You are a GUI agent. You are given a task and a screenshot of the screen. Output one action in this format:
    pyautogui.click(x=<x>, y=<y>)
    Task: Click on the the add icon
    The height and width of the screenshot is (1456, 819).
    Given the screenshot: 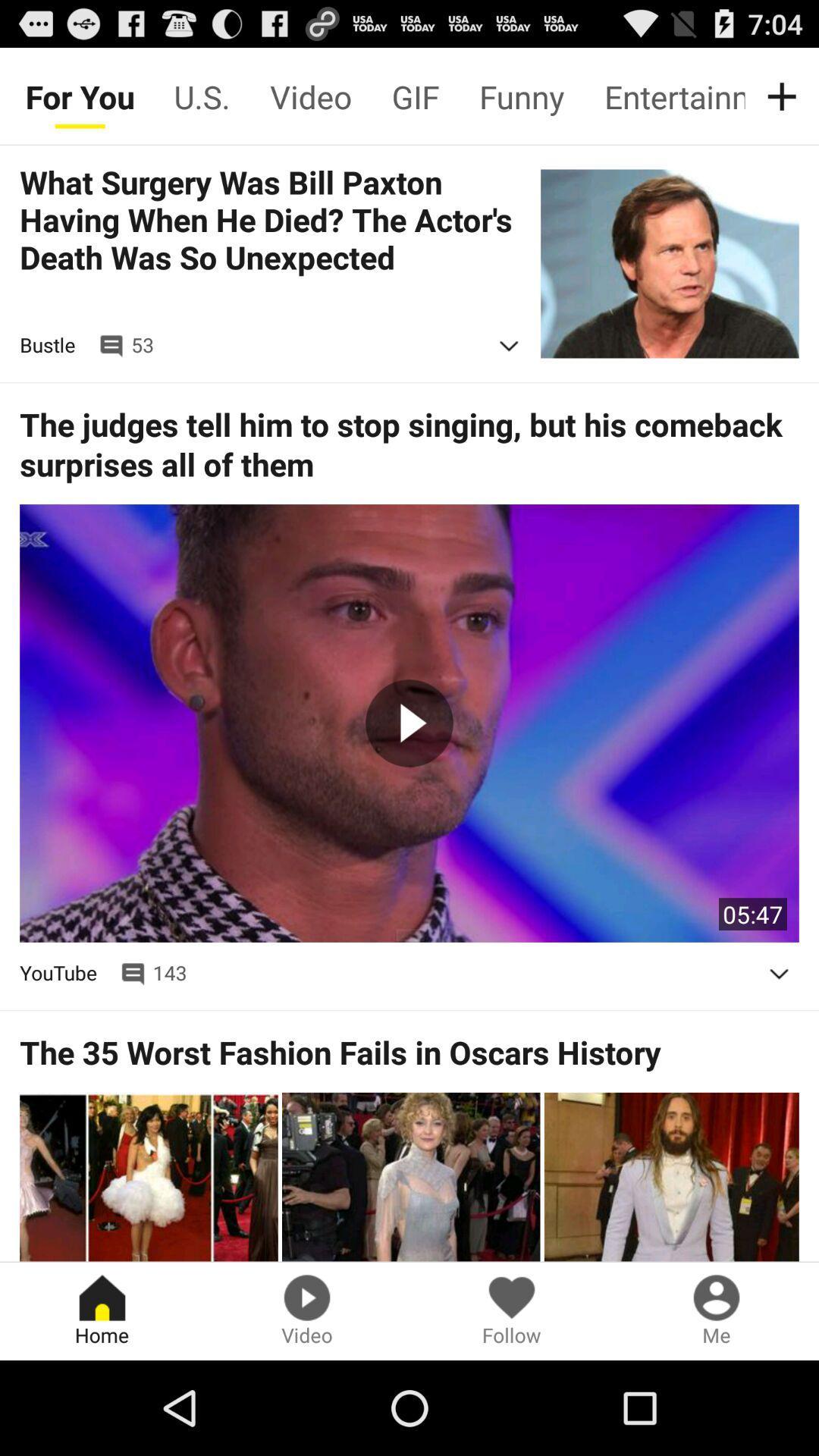 What is the action you would take?
    pyautogui.click(x=785, y=102)
    